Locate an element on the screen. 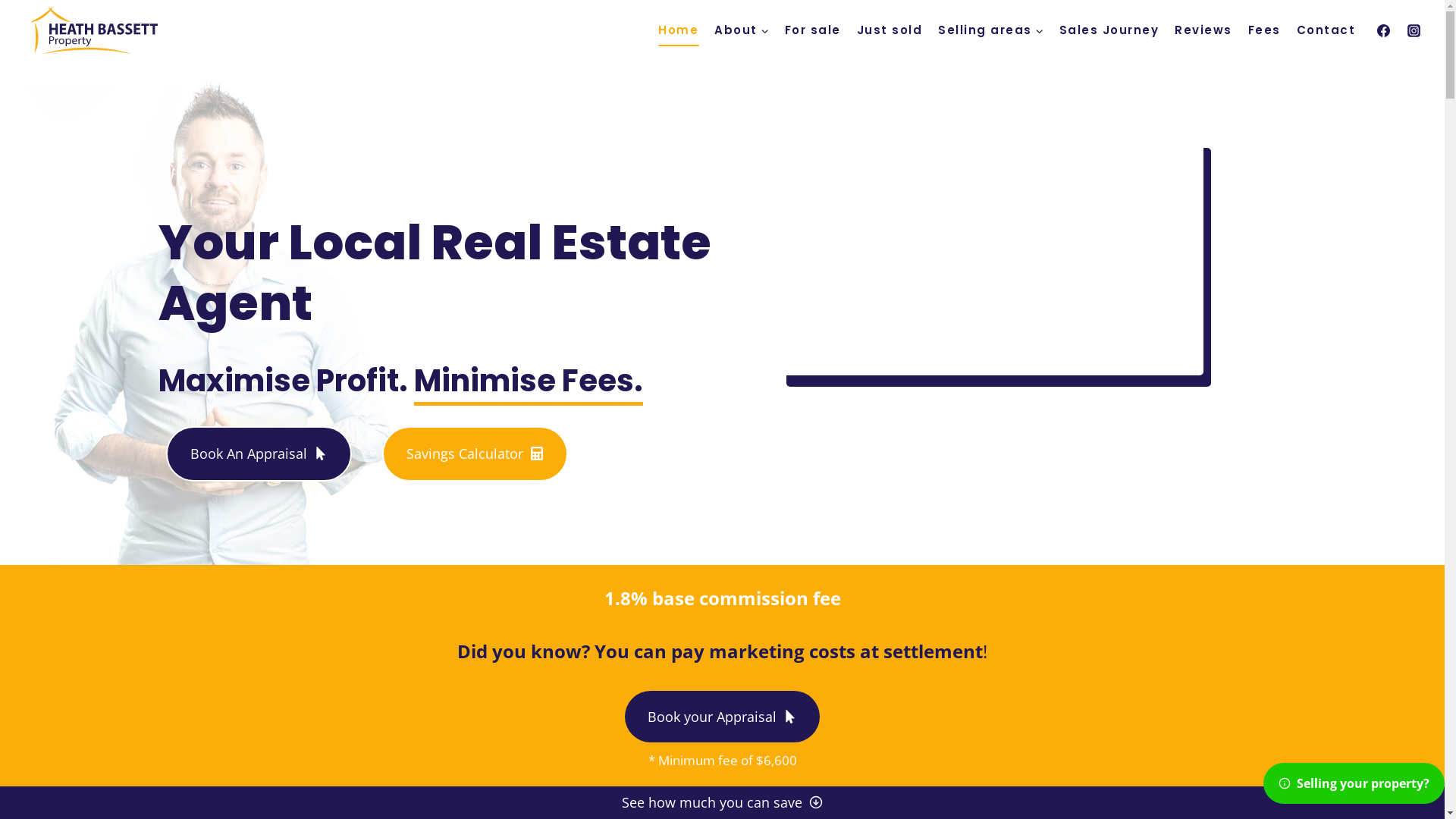 This screenshot has height=819, width=1456. 'Book your Appraisal' is located at coordinates (721, 717).